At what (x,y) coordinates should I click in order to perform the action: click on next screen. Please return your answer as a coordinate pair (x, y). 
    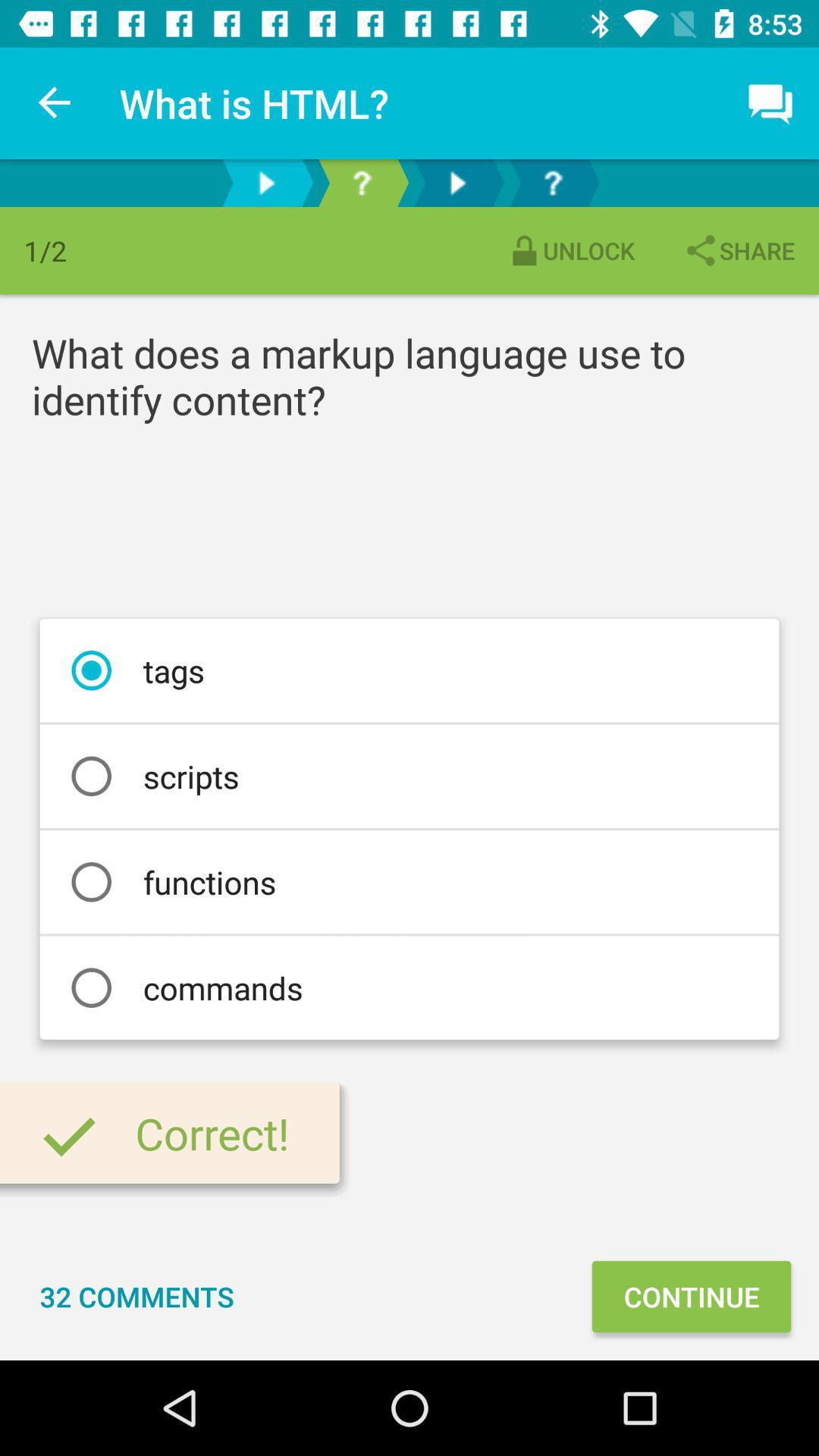
    Looking at the image, I should click on (456, 182).